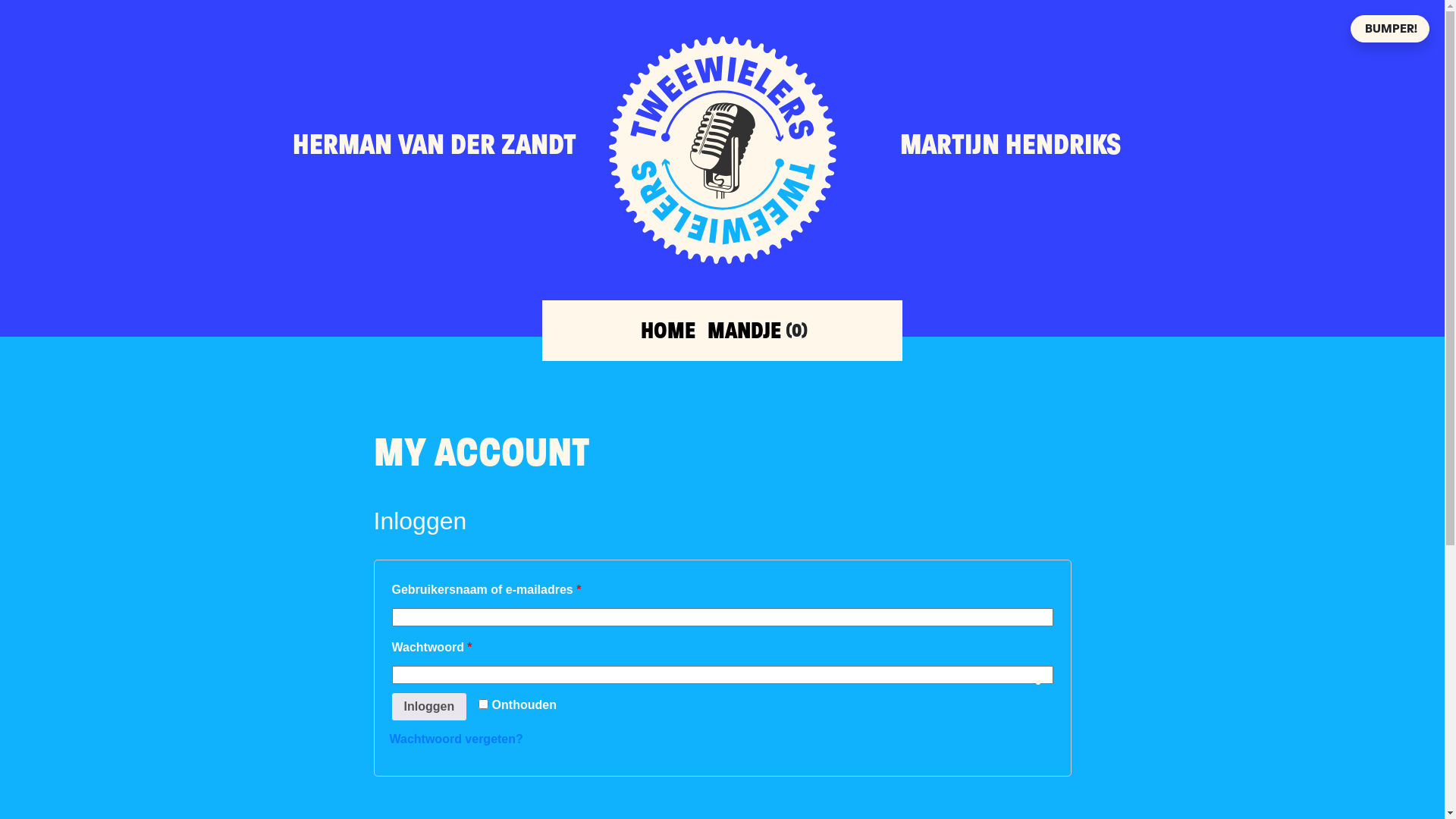  Describe the element at coordinates (640, 329) in the screenshot. I see `'HOME'` at that location.